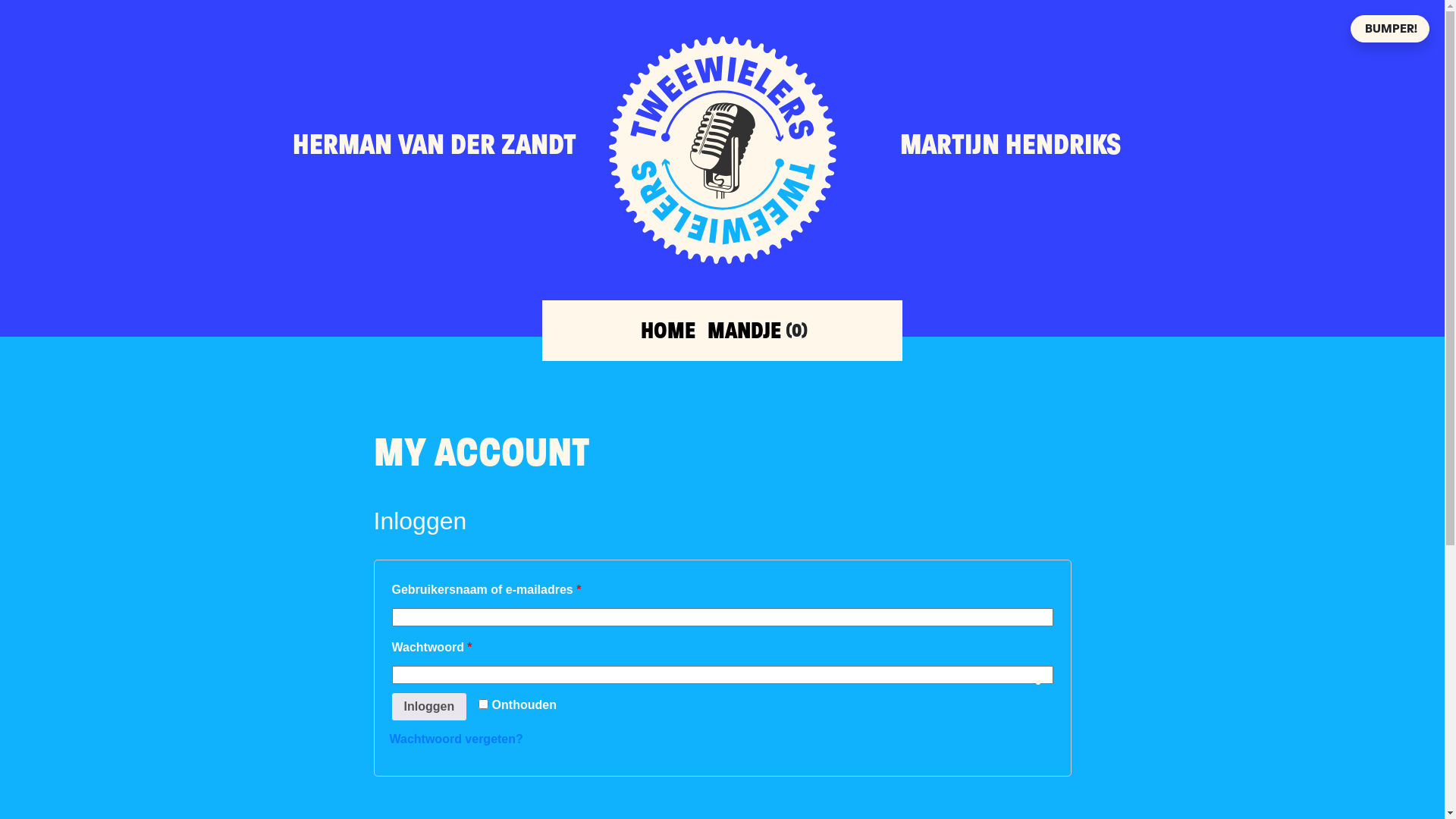  Describe the element at coordinates (640, 329) in the screenshot. I see `'HOME'` at that location.